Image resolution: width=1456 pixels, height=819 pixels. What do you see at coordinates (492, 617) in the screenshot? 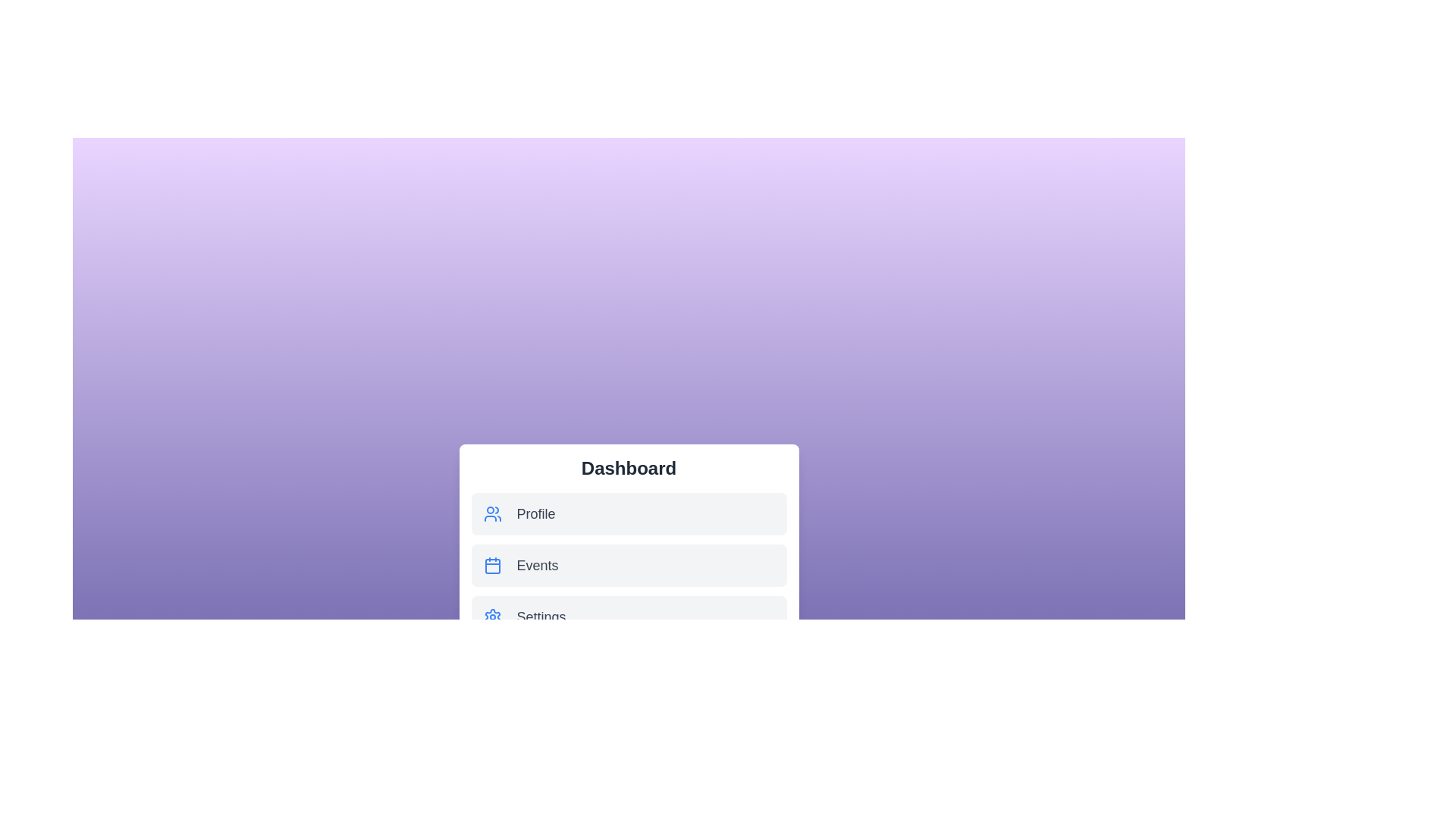
I see `the blue gear SVG icon for settings, located` at bounding box center [492, 617].